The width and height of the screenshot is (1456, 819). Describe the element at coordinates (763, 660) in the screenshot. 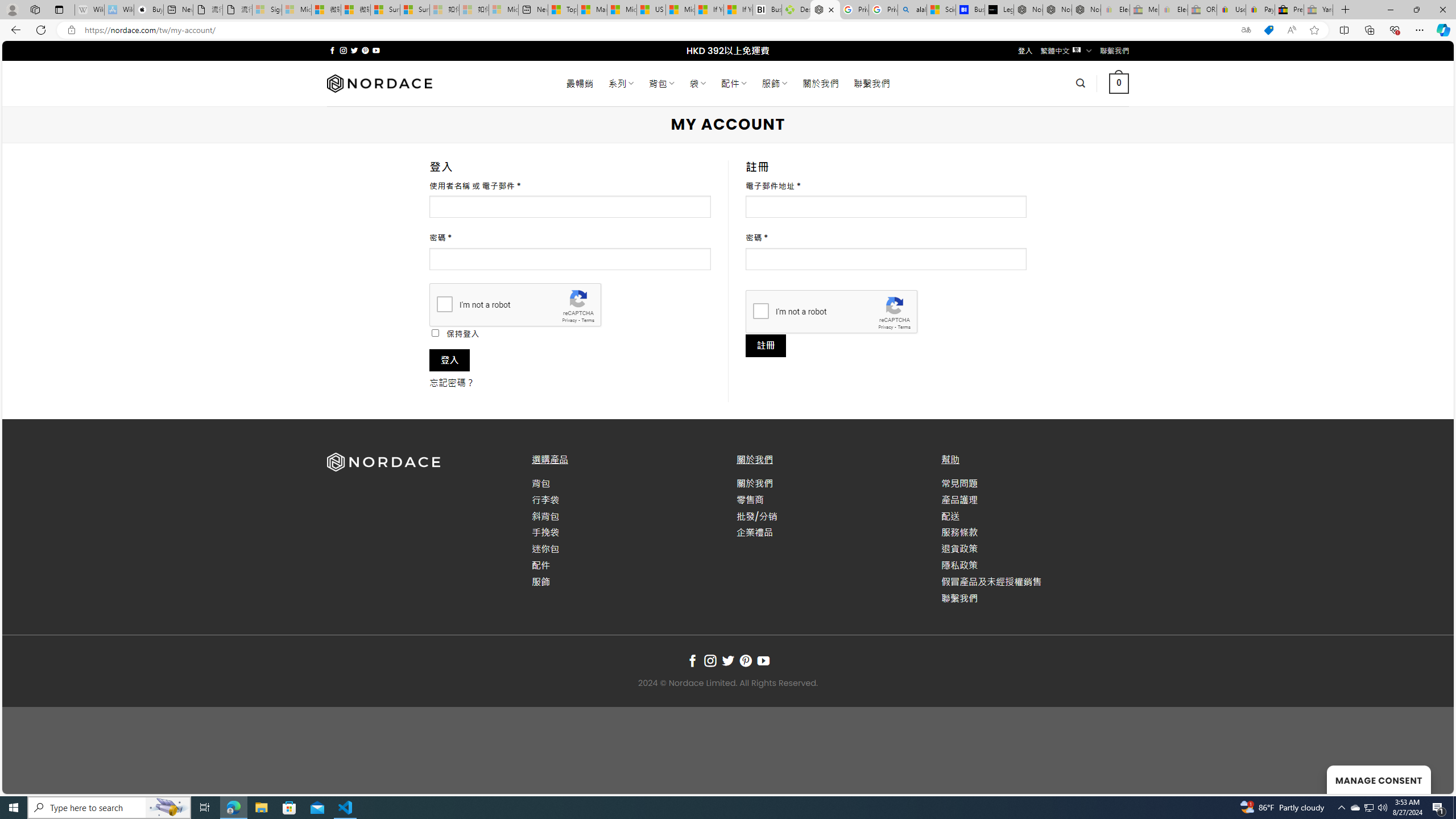

I see `'Follow on YouTube'` at that location.